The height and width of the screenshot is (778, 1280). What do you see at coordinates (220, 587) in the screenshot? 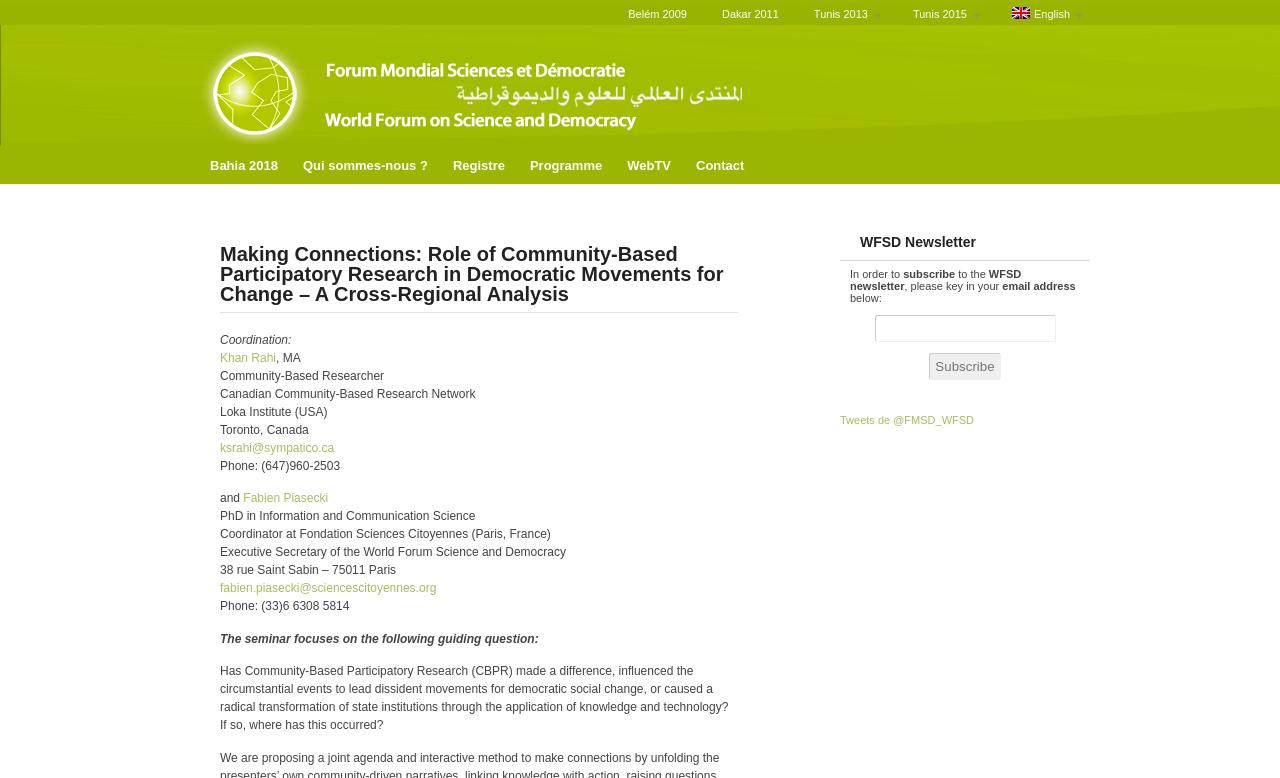
I see `'fabien.piasecki@sciencescitoyennes.org'` at bounding box center [220, 587].